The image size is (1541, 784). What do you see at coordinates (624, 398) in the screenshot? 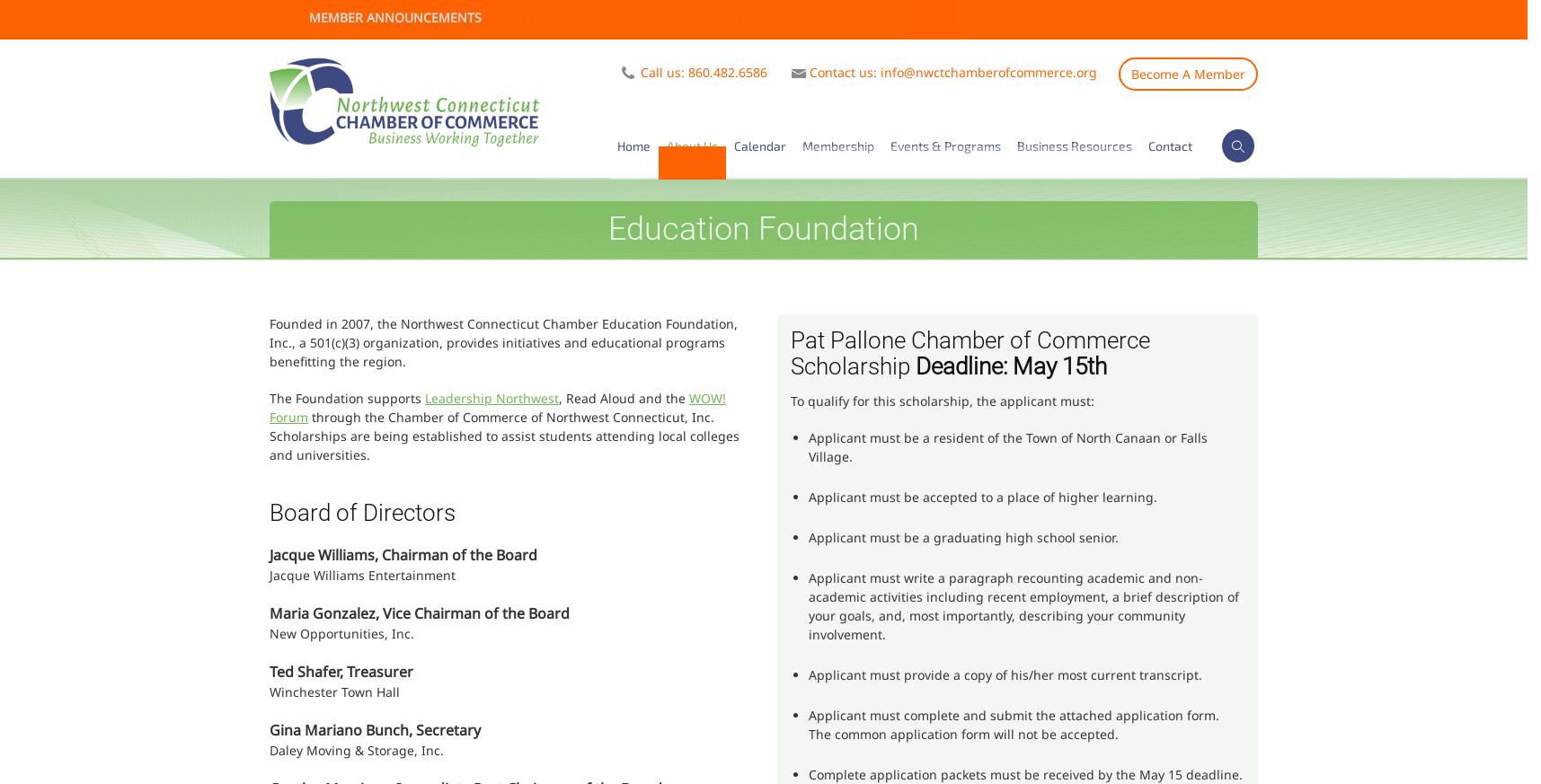
I see `', Read Aloud and the'` at bounding box center [624, 398].